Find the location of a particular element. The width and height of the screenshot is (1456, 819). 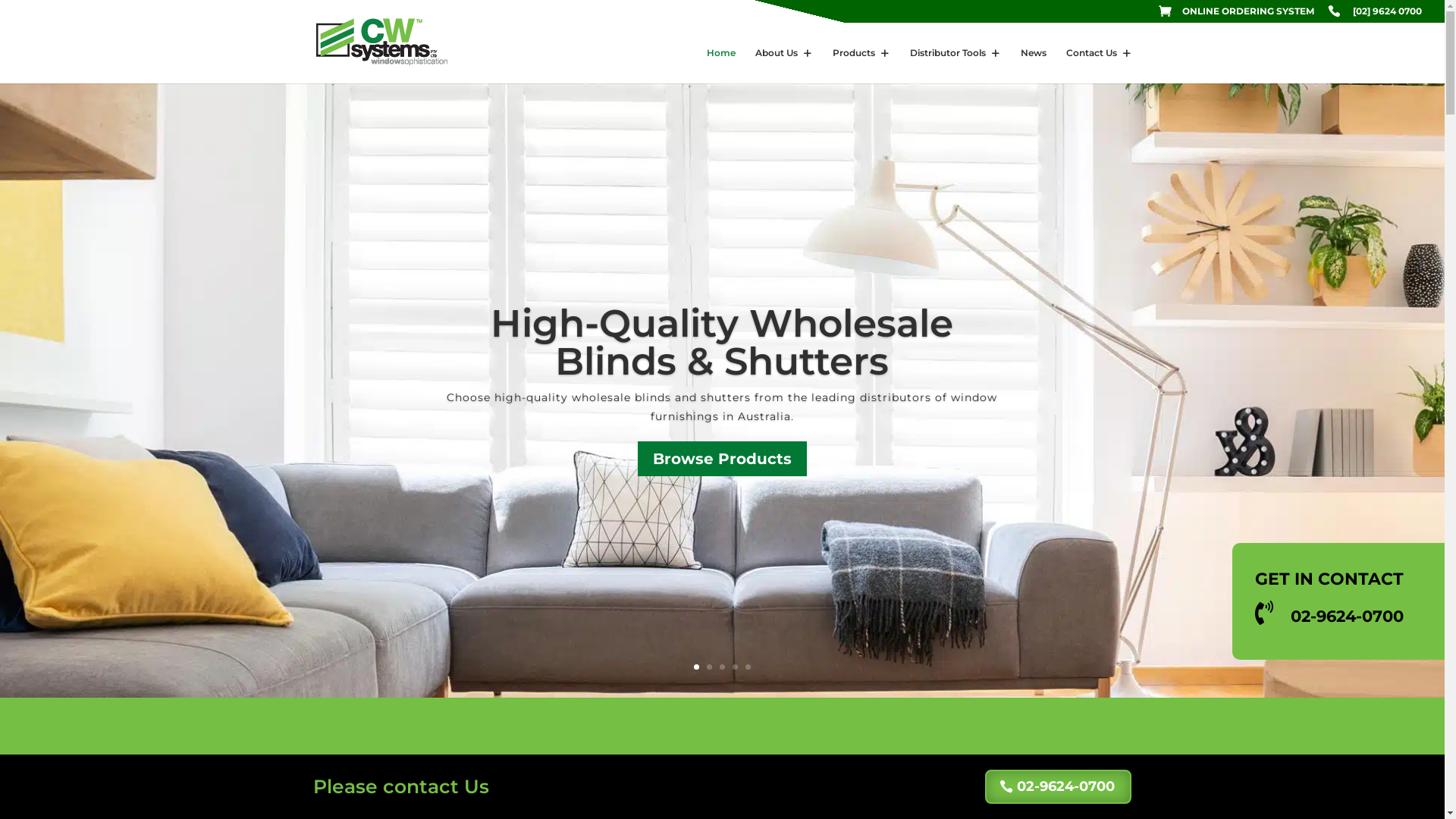

'4' is located at coordinates (735, 666).